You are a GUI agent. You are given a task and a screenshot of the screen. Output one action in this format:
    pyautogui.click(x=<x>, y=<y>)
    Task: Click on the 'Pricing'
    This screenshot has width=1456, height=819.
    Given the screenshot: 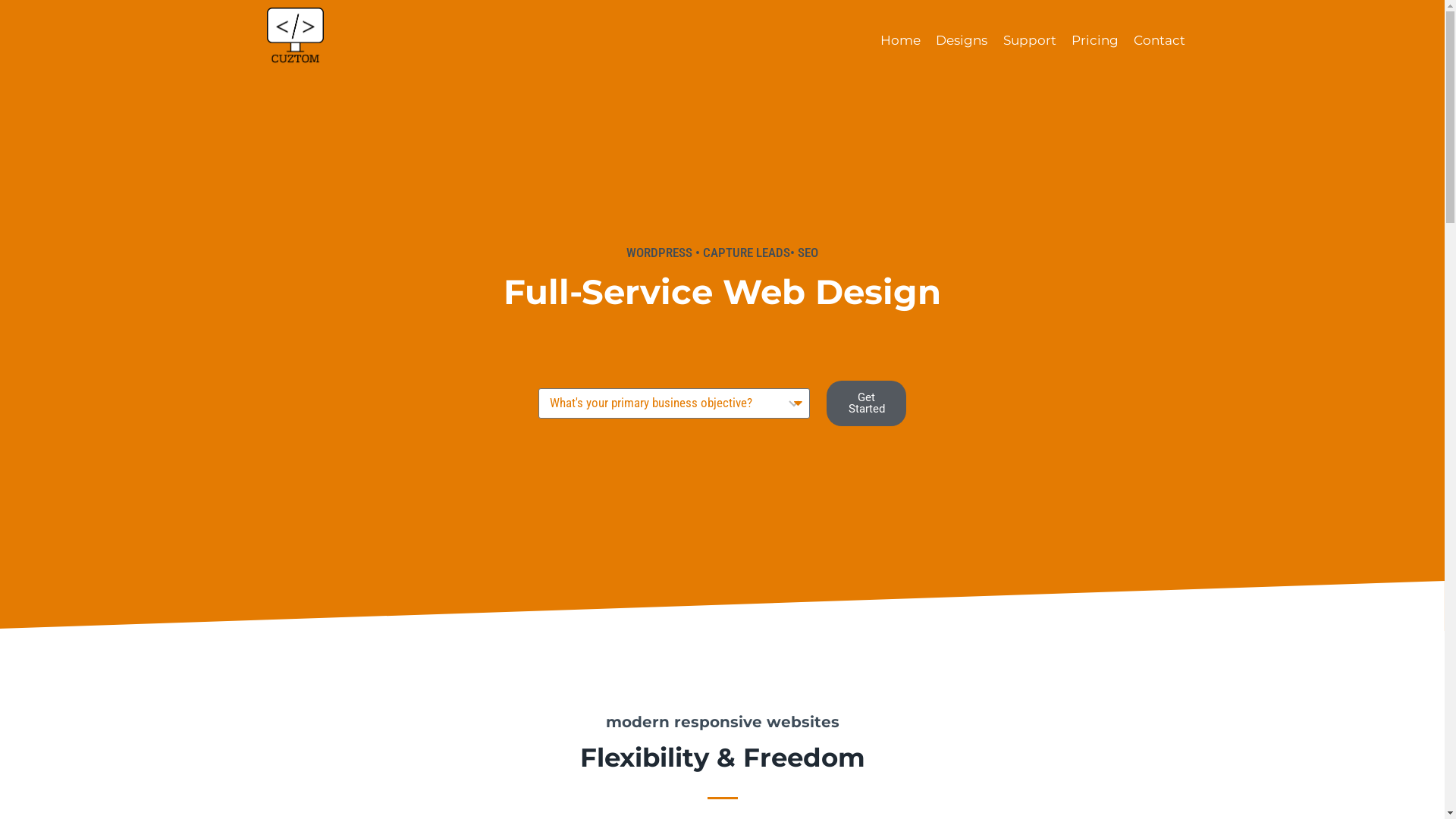 What is the action you would take?
    pyautogui.click(x=1095, y=40)
    